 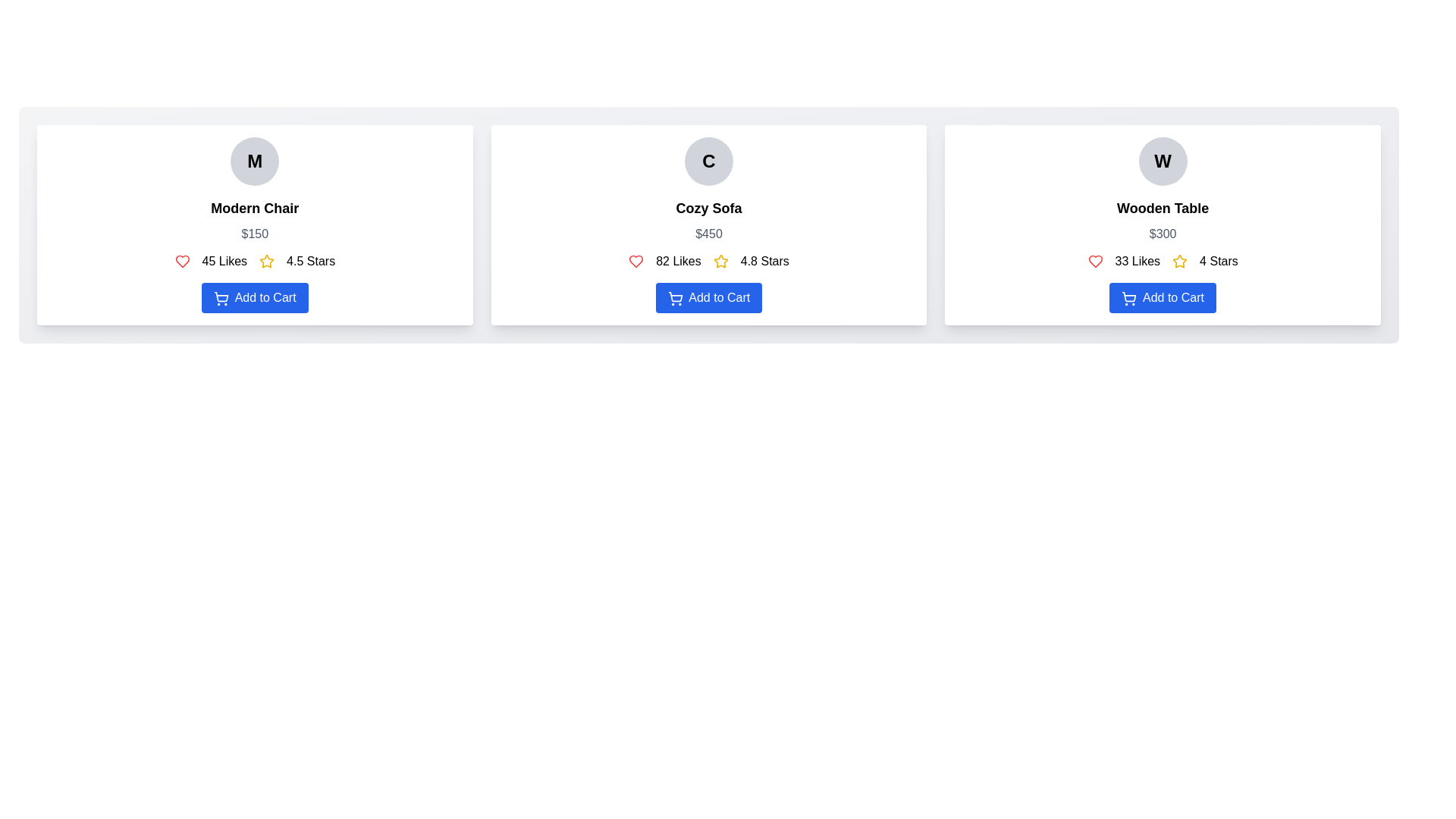 What do you see at coordinates (1129, 298) in the screenshot?
I see `the shopping cart icon located to the left of the 'Add to Cart' button in the third card labeled 'Wooden Table'` at bounding box center [1129, 298].